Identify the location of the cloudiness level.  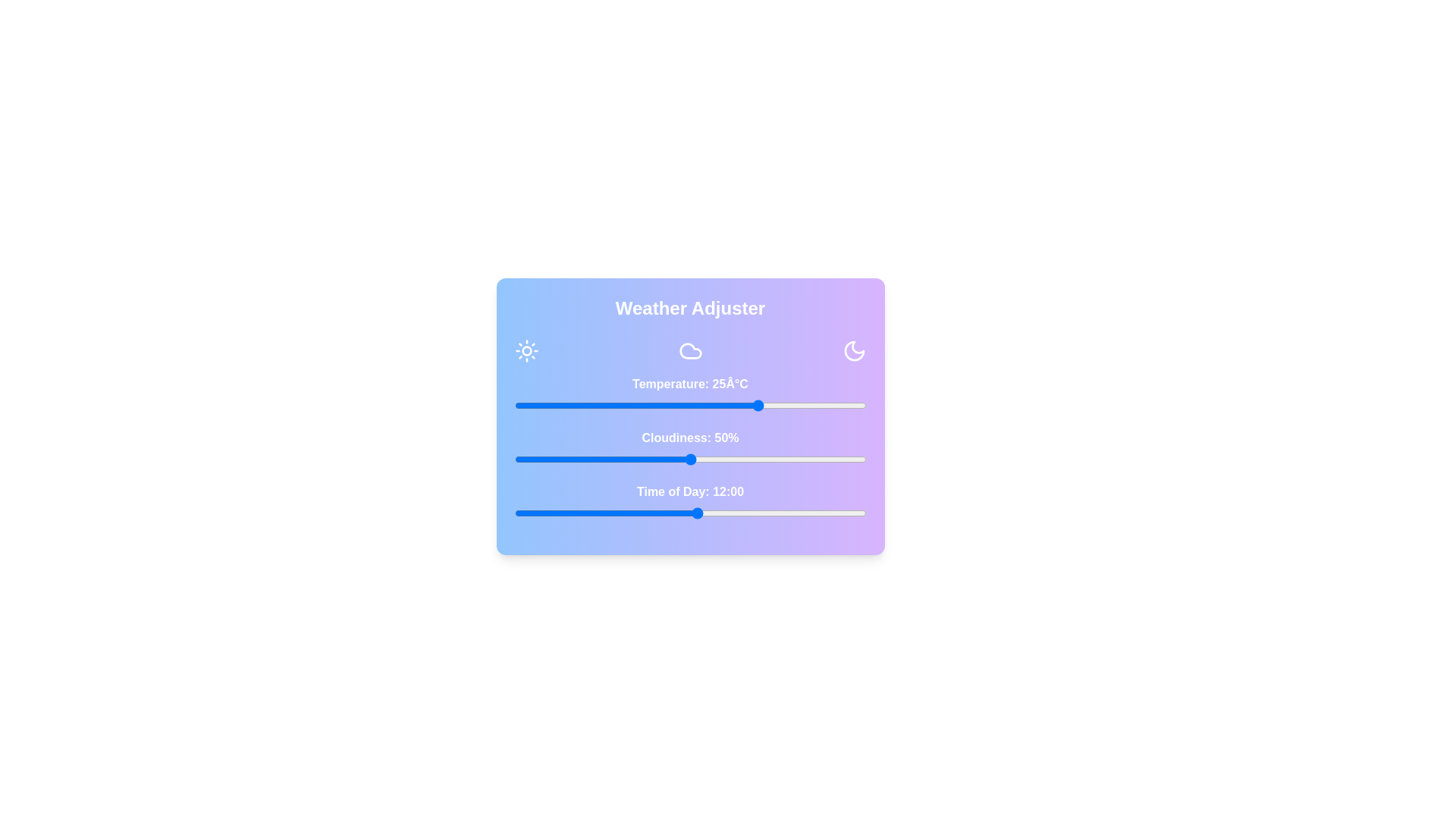
(648, 458).